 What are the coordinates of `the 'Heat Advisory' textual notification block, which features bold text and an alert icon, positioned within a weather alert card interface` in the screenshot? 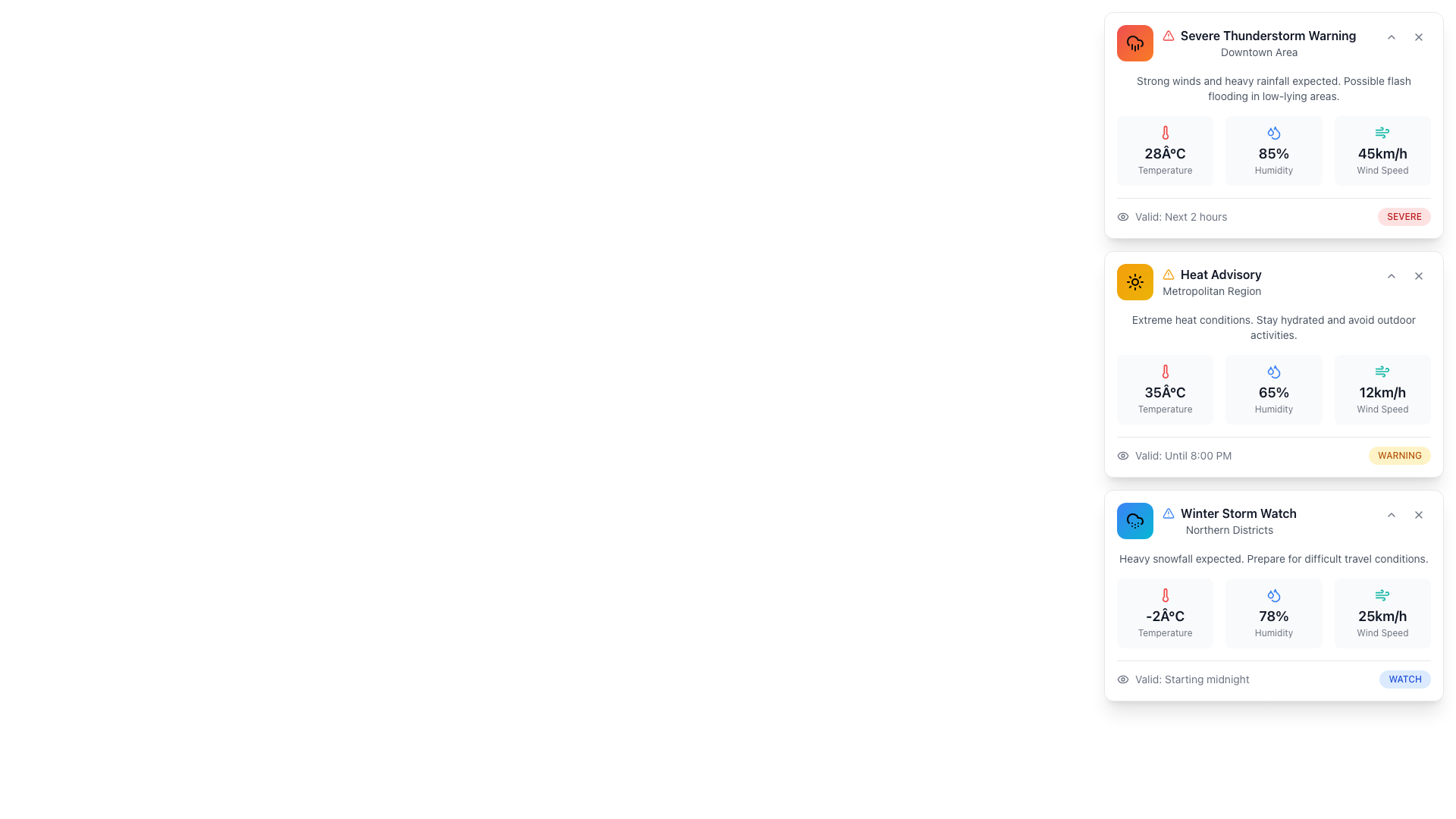 It's located at (1211, 281).